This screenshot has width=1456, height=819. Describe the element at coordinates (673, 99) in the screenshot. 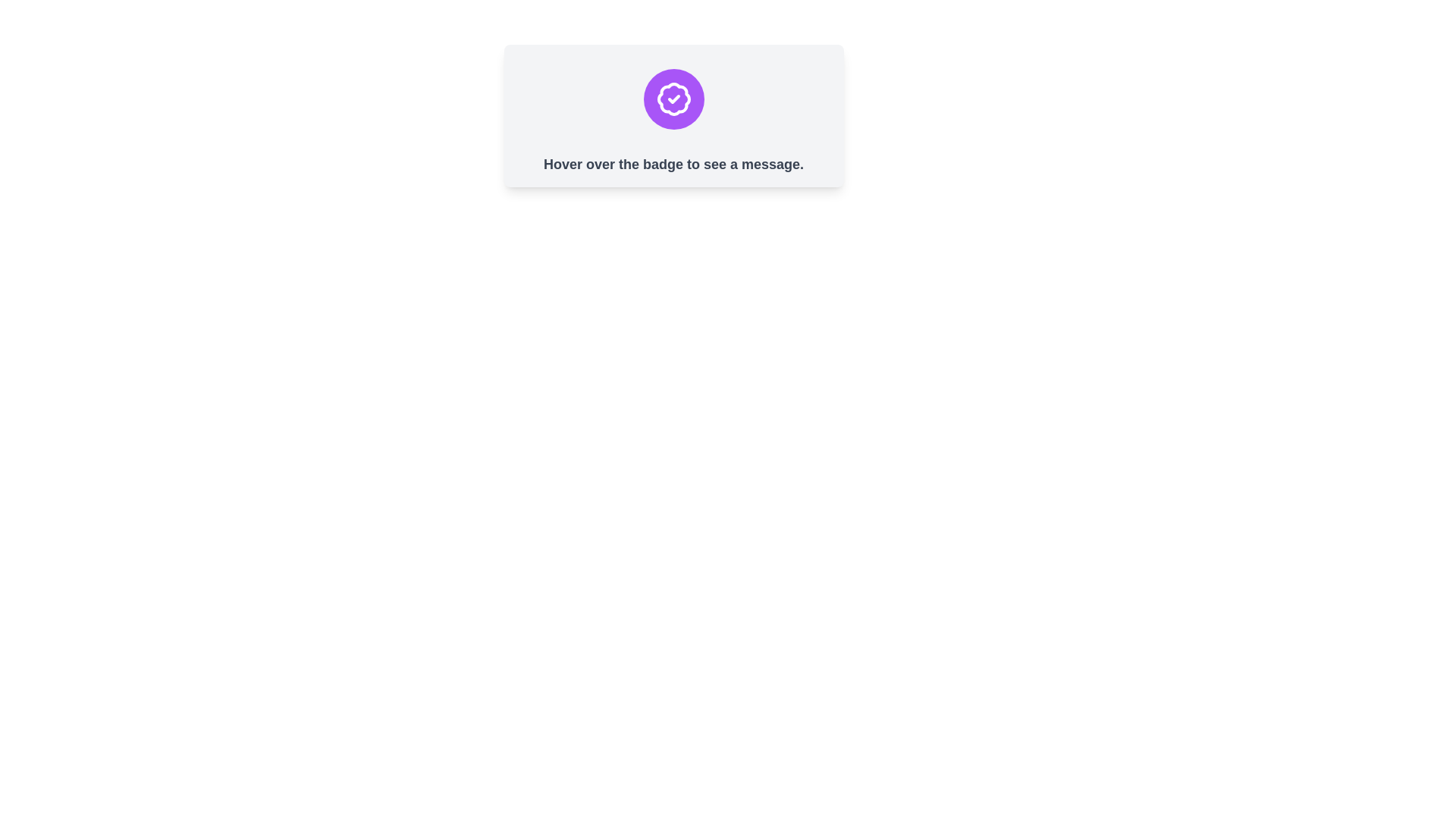

I see `the circular badge-like graphical decoration with scalloped edges that contains a heart shape in the center` at that location.